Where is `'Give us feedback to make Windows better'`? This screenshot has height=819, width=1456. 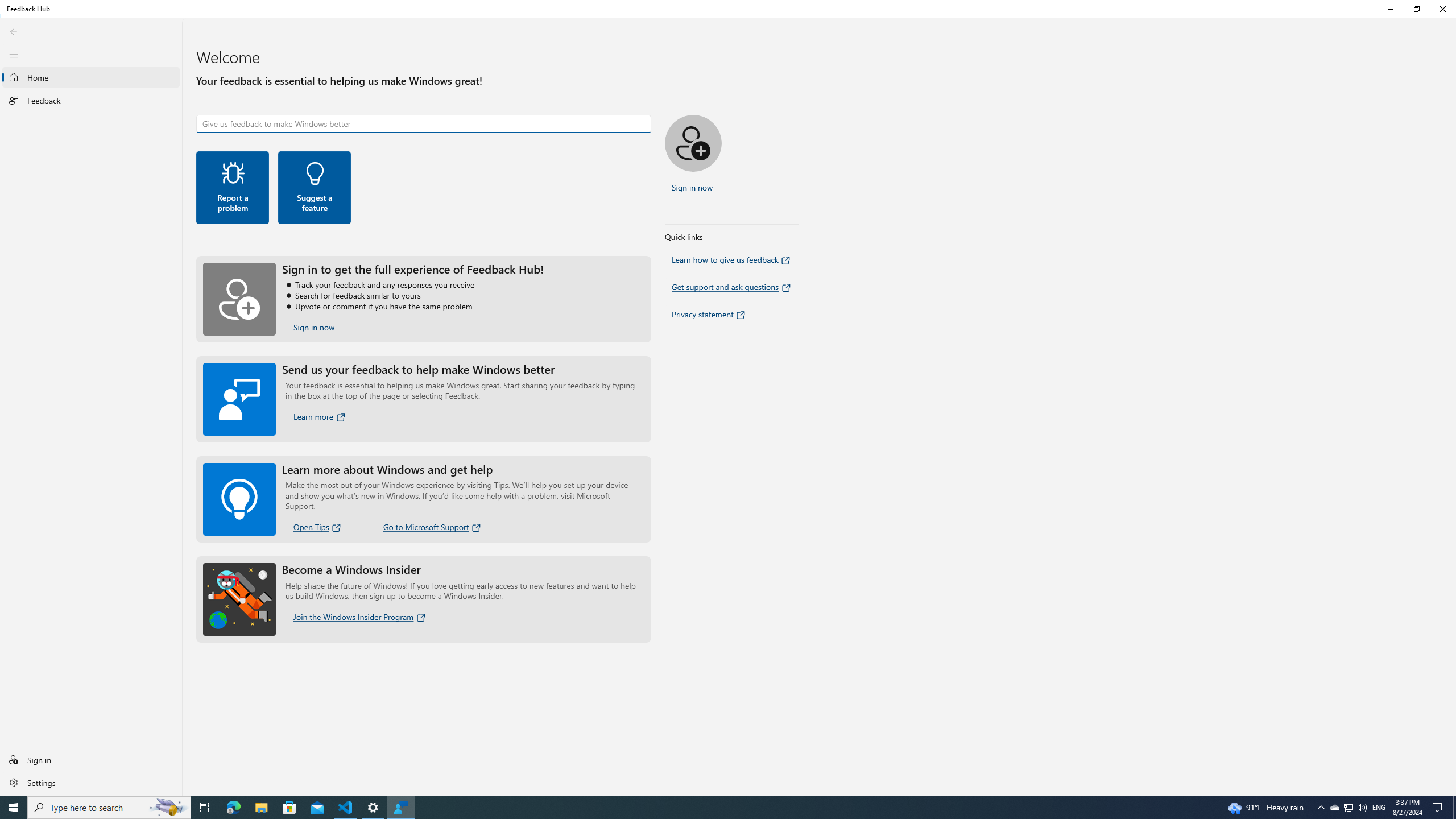
'Give us feedback to make Windows better' is located at coordinates (423, 123).